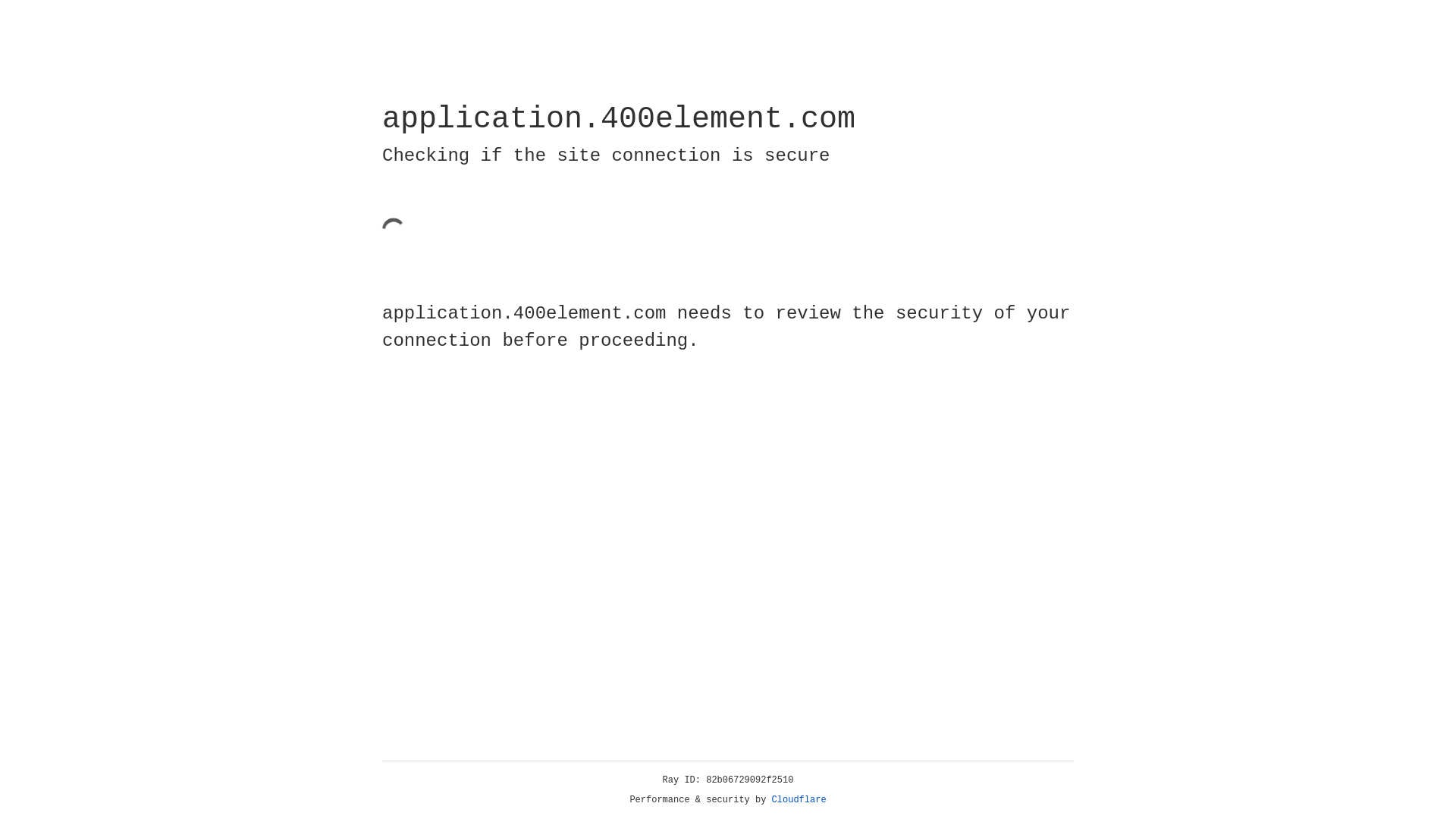  I want to click on 'Cloudflare', so click(799, 799).